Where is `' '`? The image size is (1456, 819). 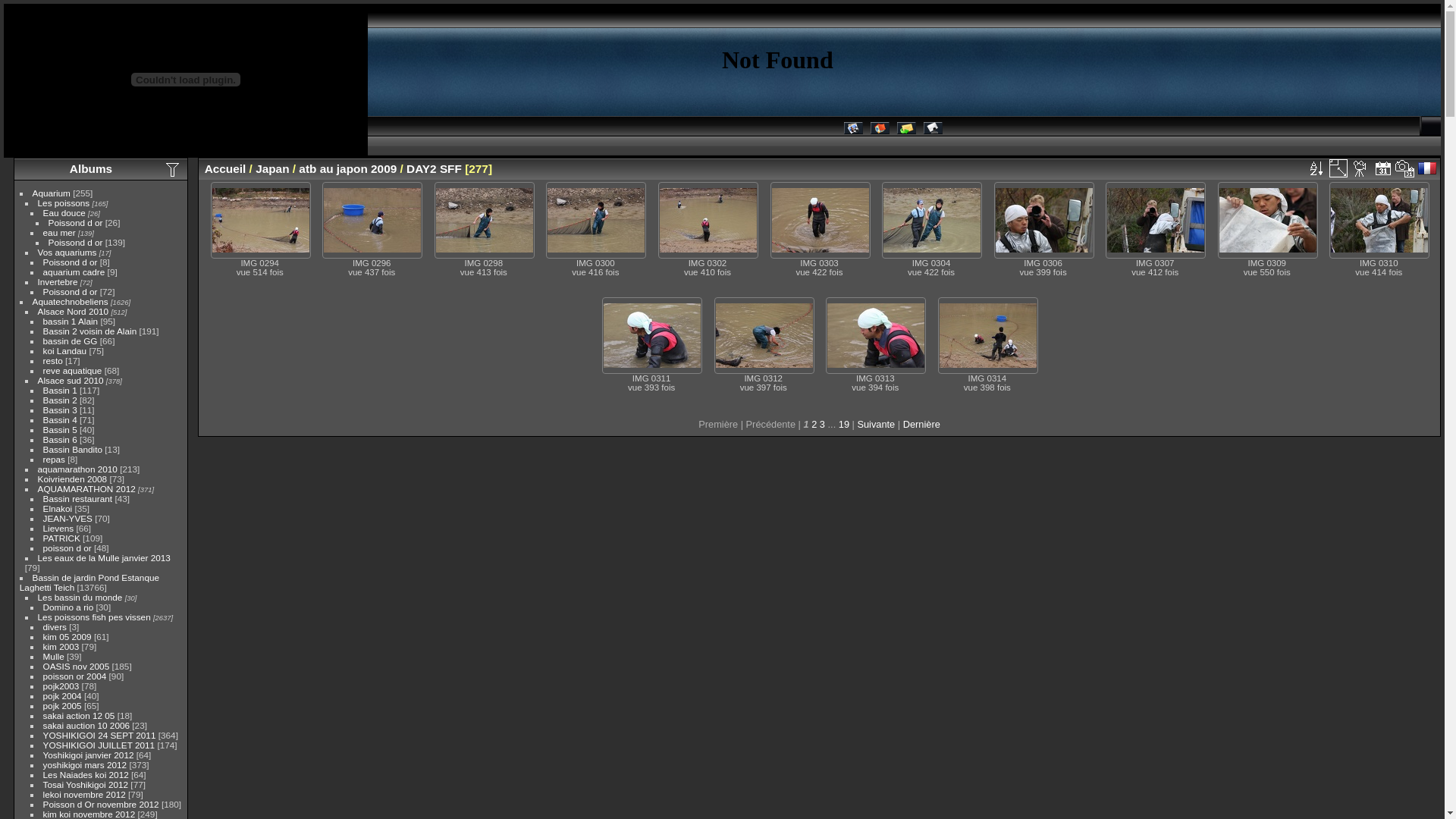 ' ' is located at coordinates (1338, 168).